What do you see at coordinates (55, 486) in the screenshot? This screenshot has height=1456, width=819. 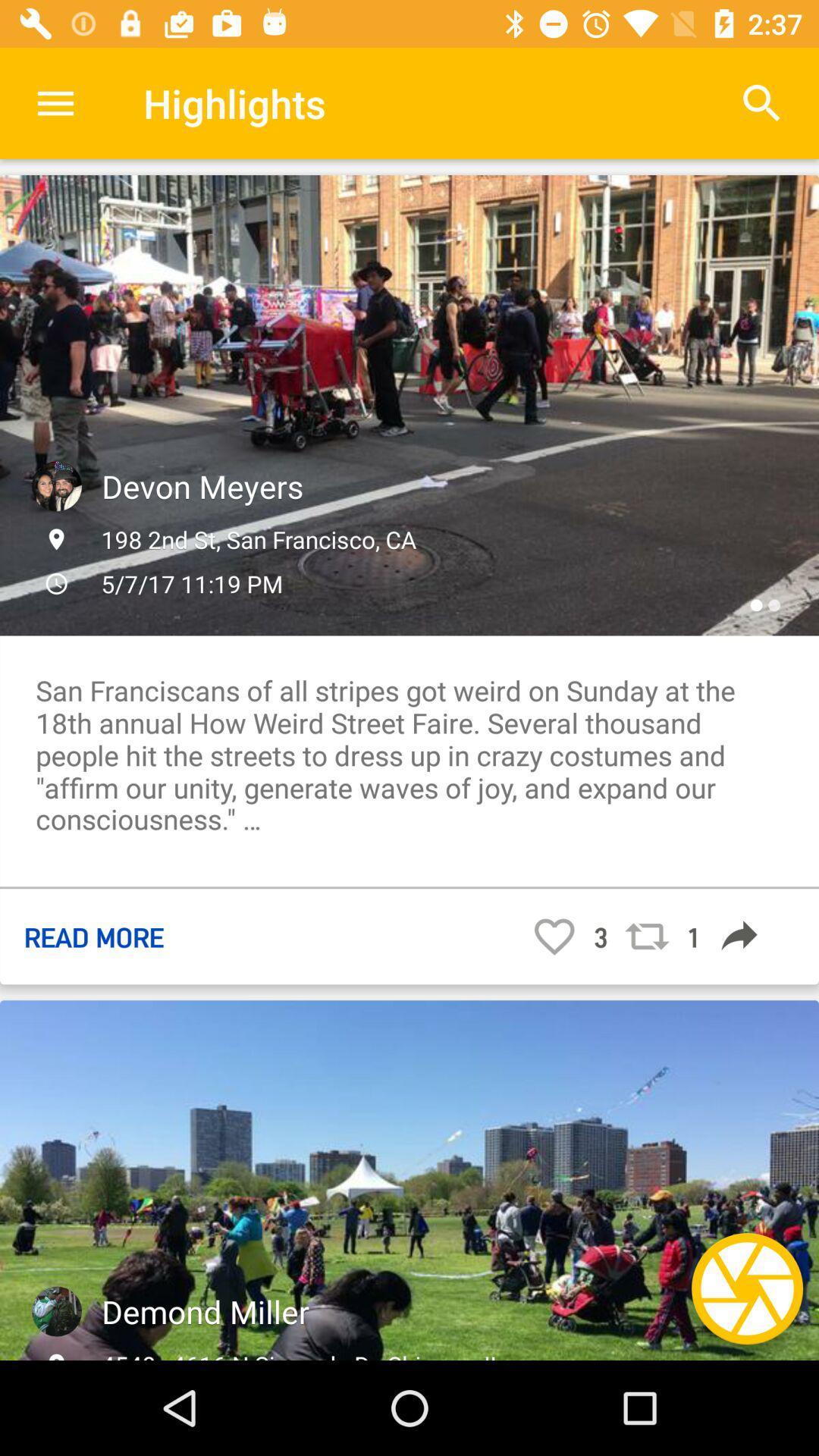 I see `a profile picture which is before devon meyers` at bounding box center [55, 486].